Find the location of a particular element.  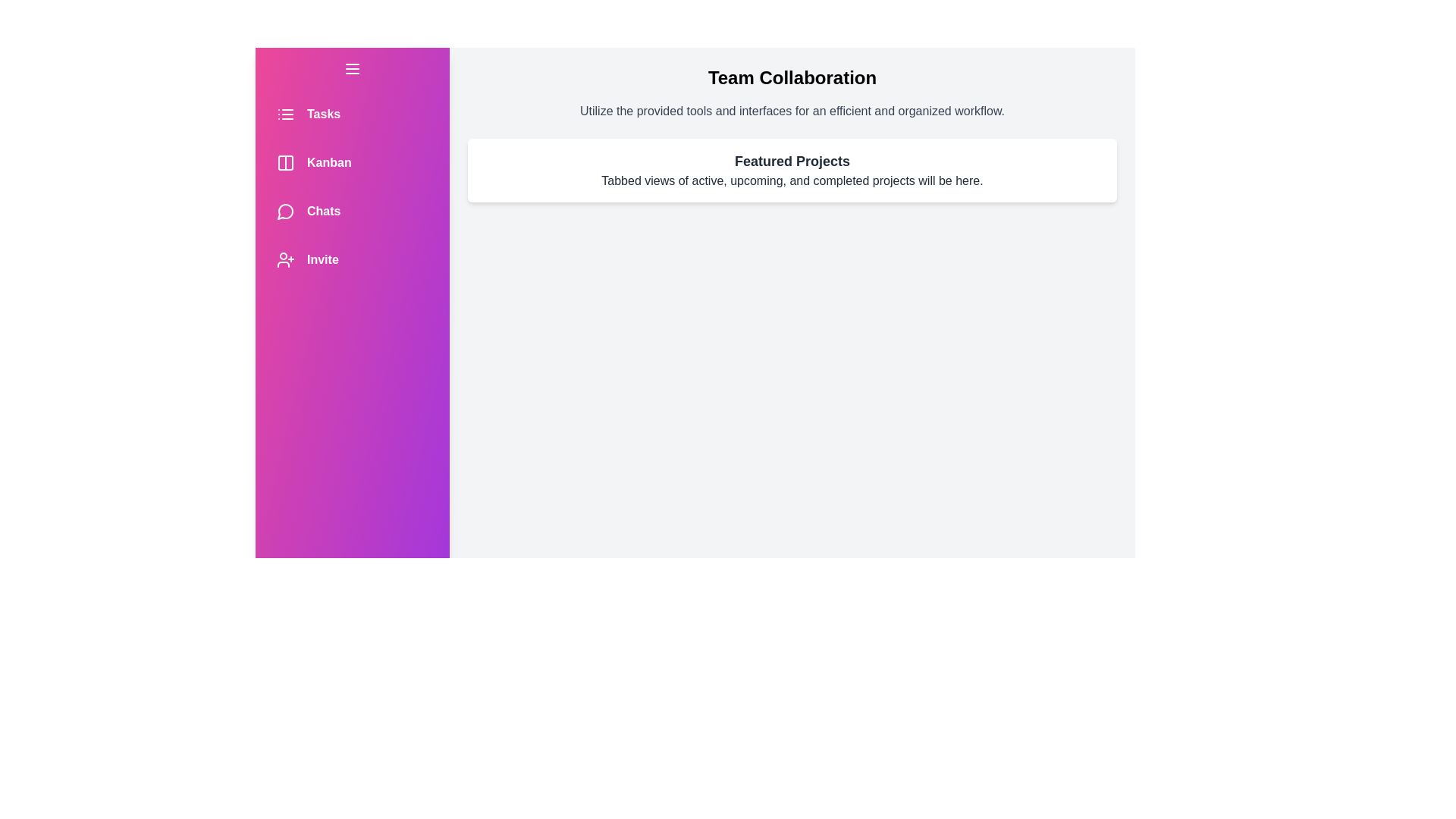

the 'Featured Projects' section to interact with it is located at coordinates (792, 170).